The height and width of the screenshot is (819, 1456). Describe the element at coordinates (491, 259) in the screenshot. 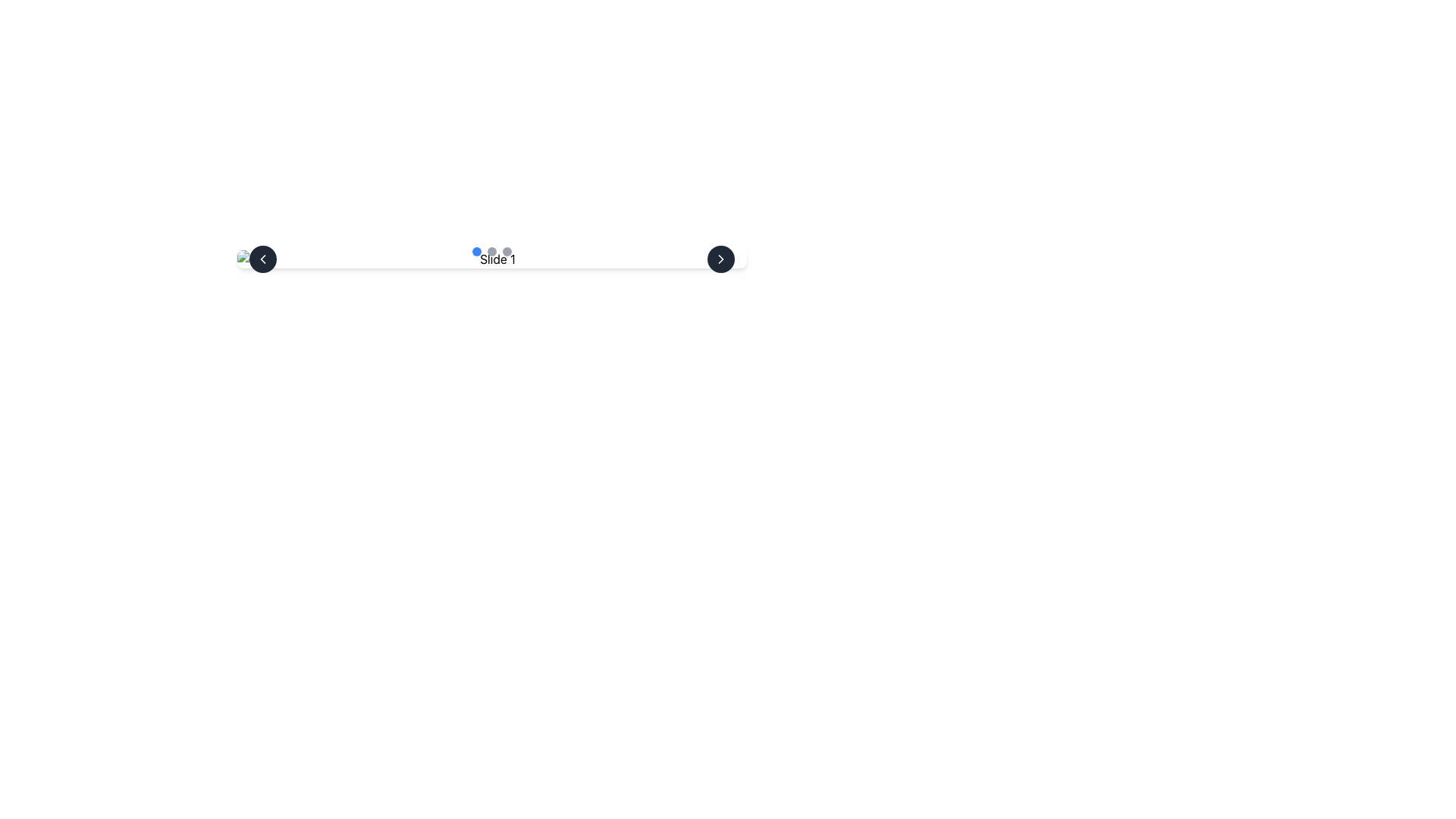

I see `the highlighted circle of the interactive carousel indicator` at that location.